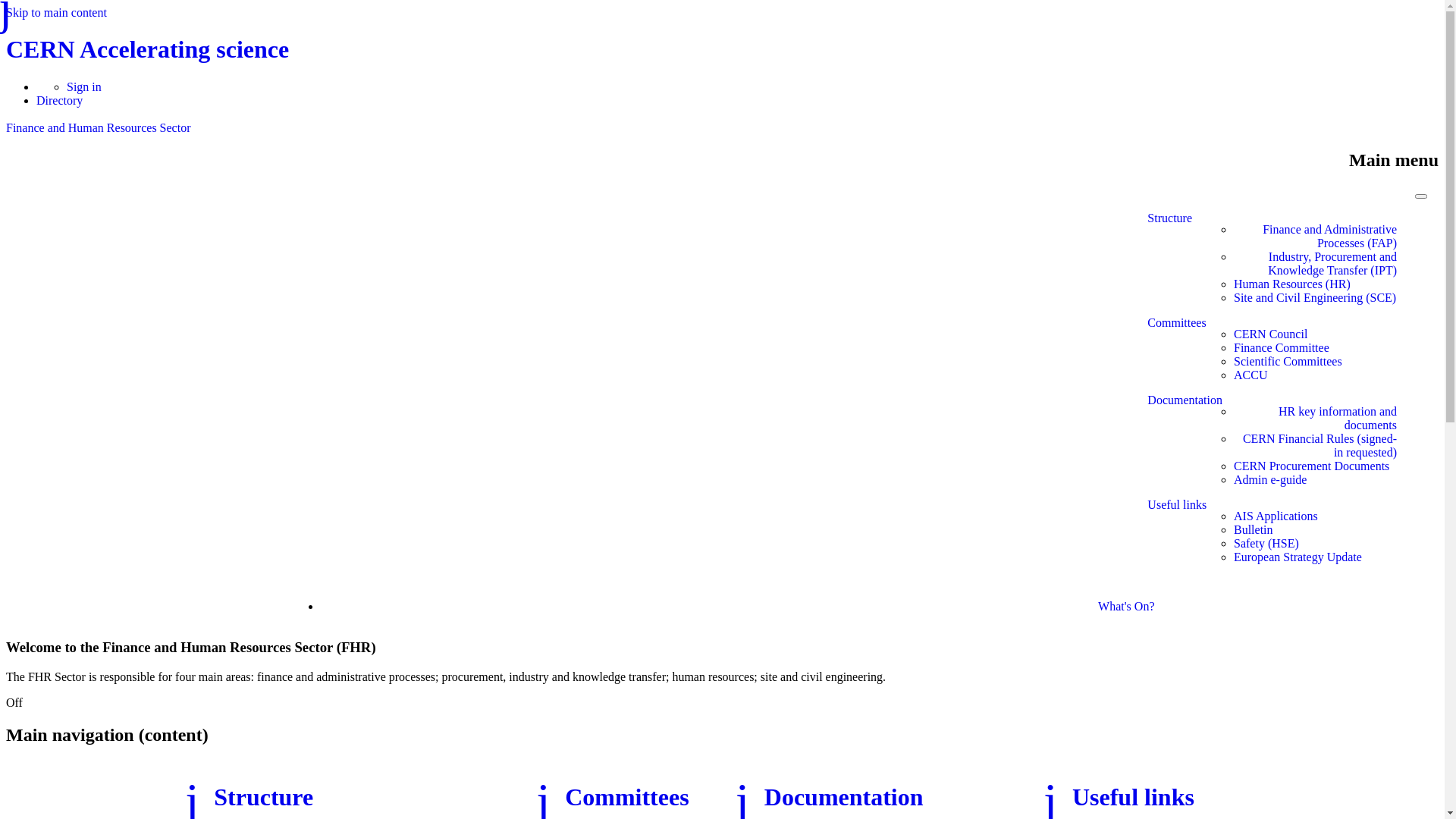 This screenshot has height=819, width=1456. Describe the element at coordinates (1175, 354) in the screenshot. I see `'Committees'` at that location.